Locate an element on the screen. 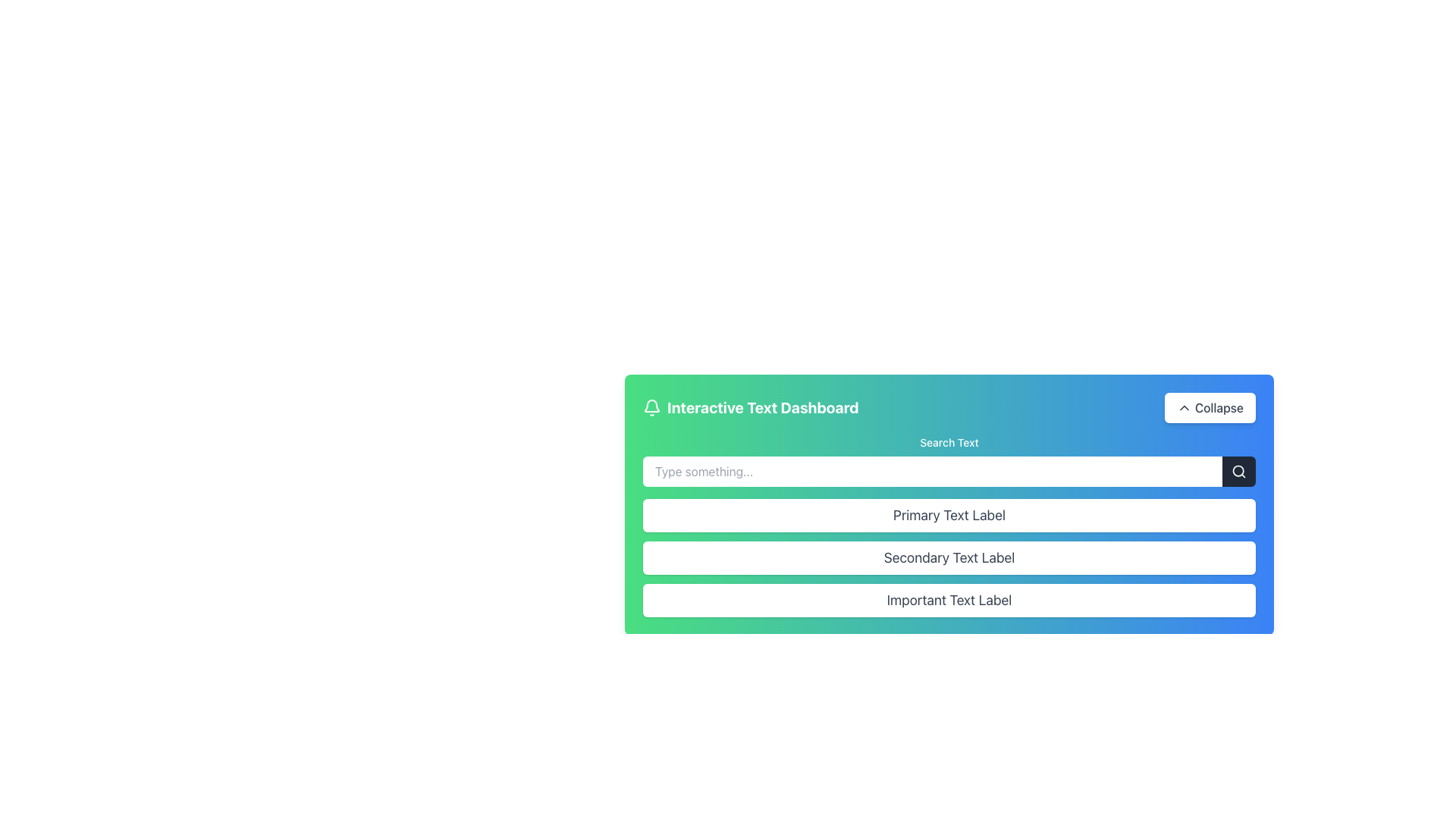 This screenshot has width=1456, height=819. the button associated with the text label that triggers the collapse action, located in the top-right corner of the dashboard interface is located at coordinates (1219, 406).